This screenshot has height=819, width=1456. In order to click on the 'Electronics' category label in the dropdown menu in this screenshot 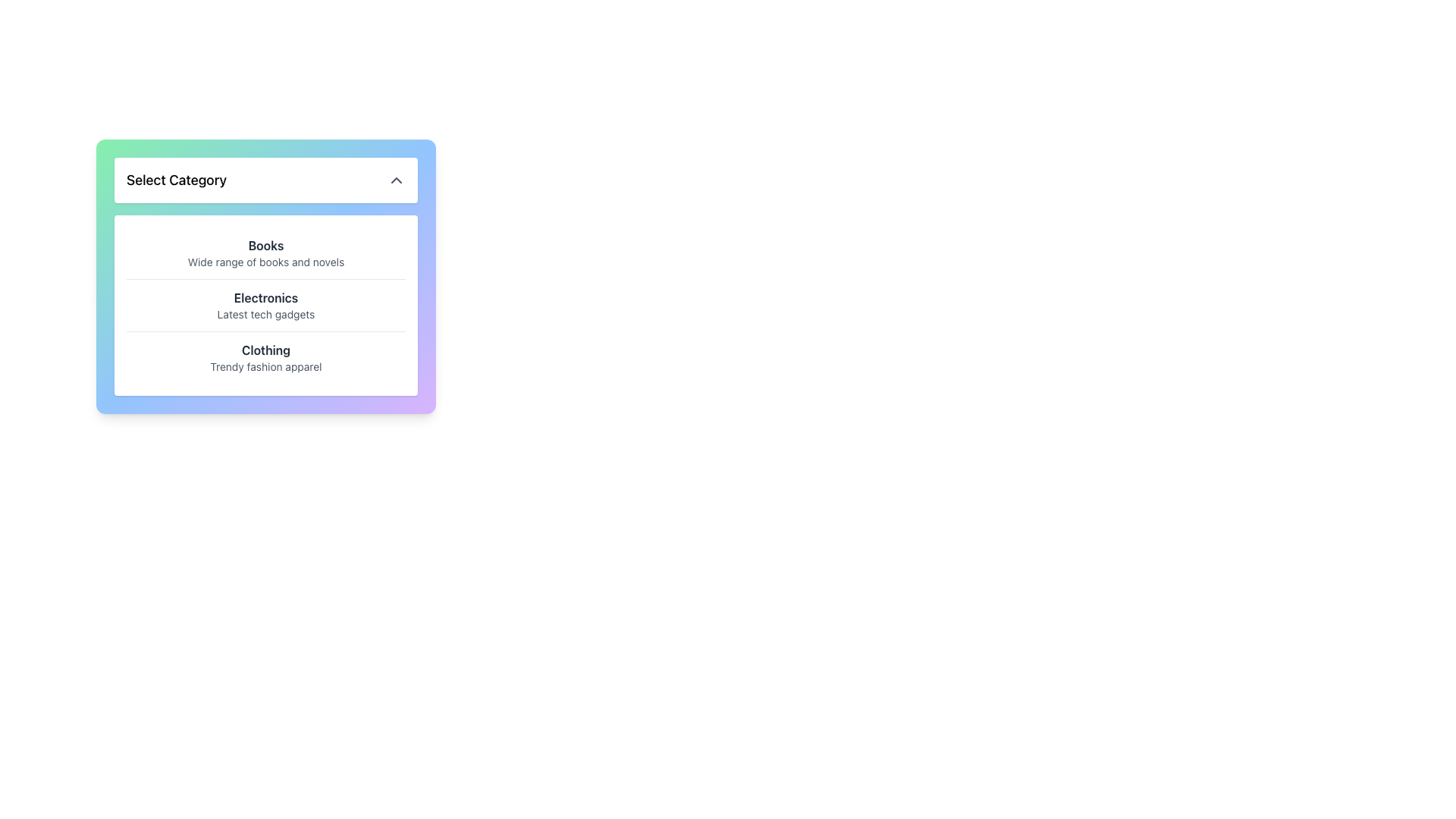, I will do `click(265, 305)`.